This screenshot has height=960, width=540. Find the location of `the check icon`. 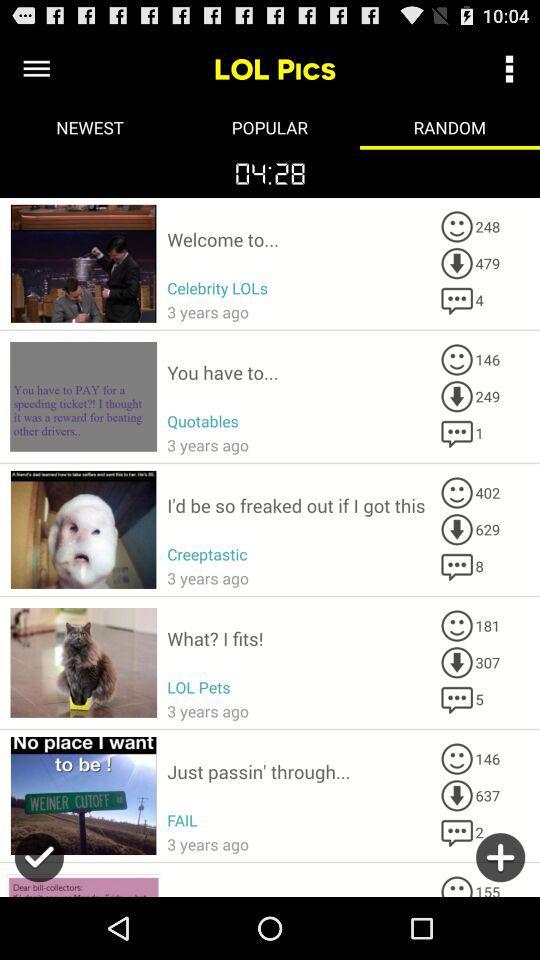

the check icon is located at coordinates (39, 924).